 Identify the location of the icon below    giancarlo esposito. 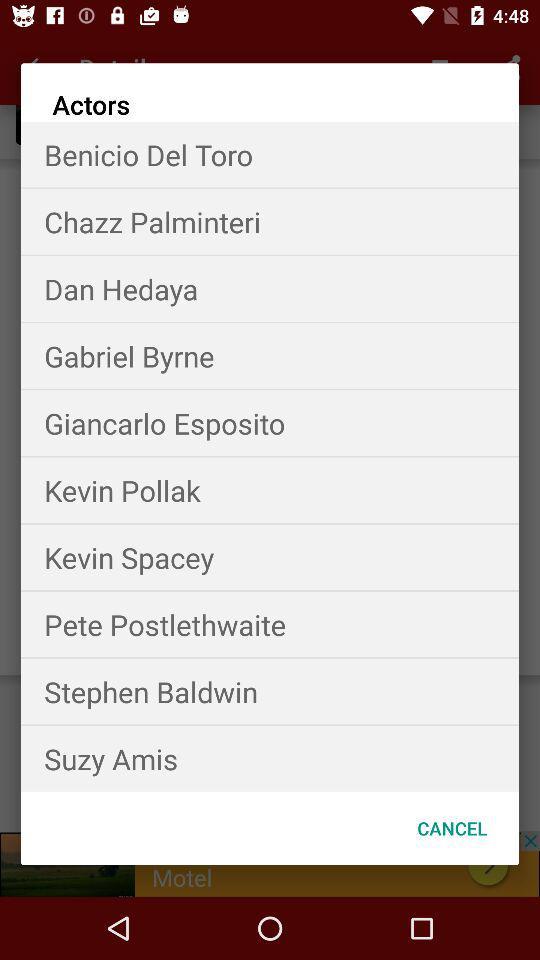
(270, 489).